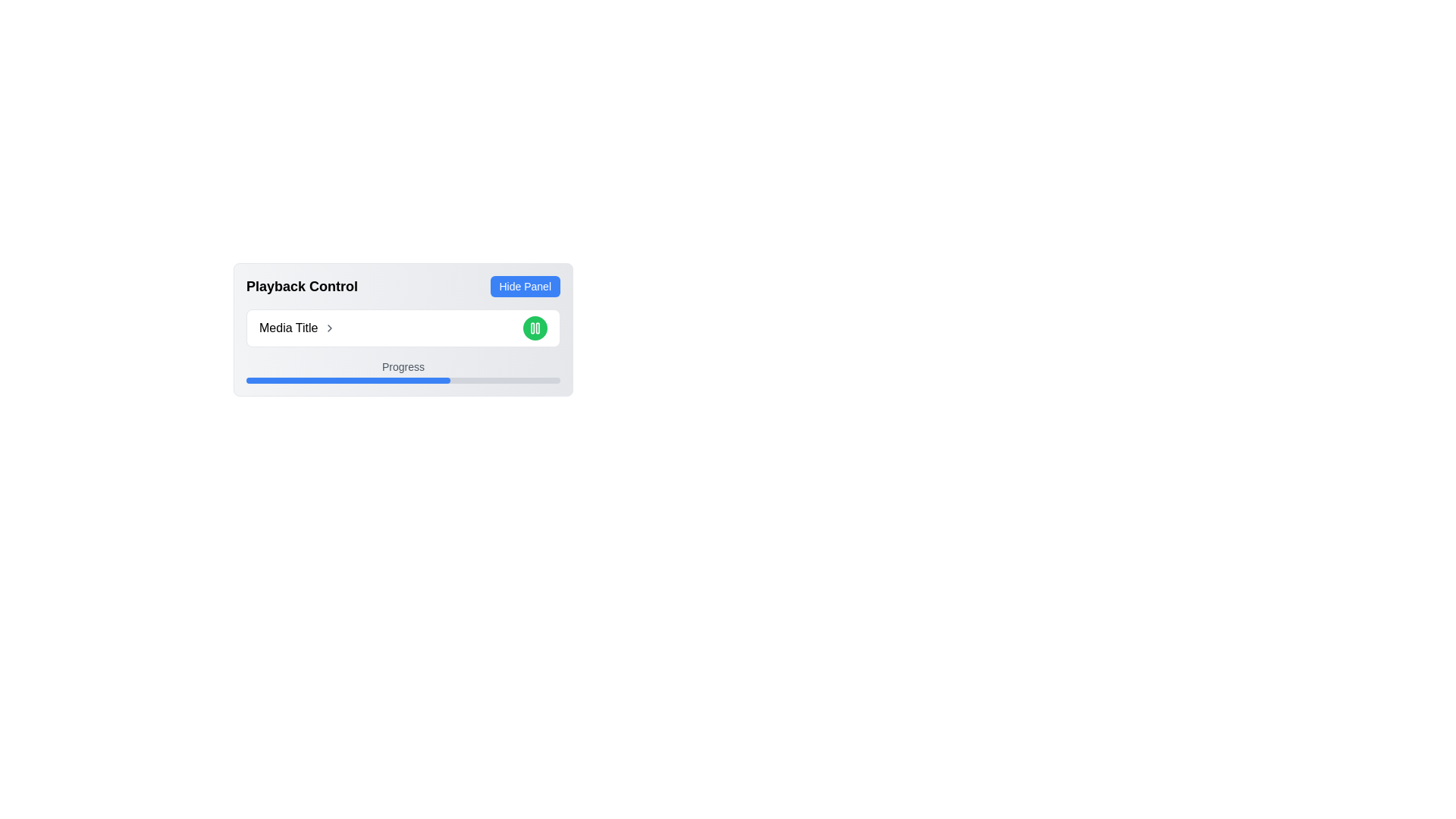 The image size is (1456, 819). What do you see at coordinates (288, 327) in the screenshot?
I see `text from the Text Label located in the top-left section of the playback control interface, which denotes the current media item being represented or controlled` at bounding box center [288, 327].